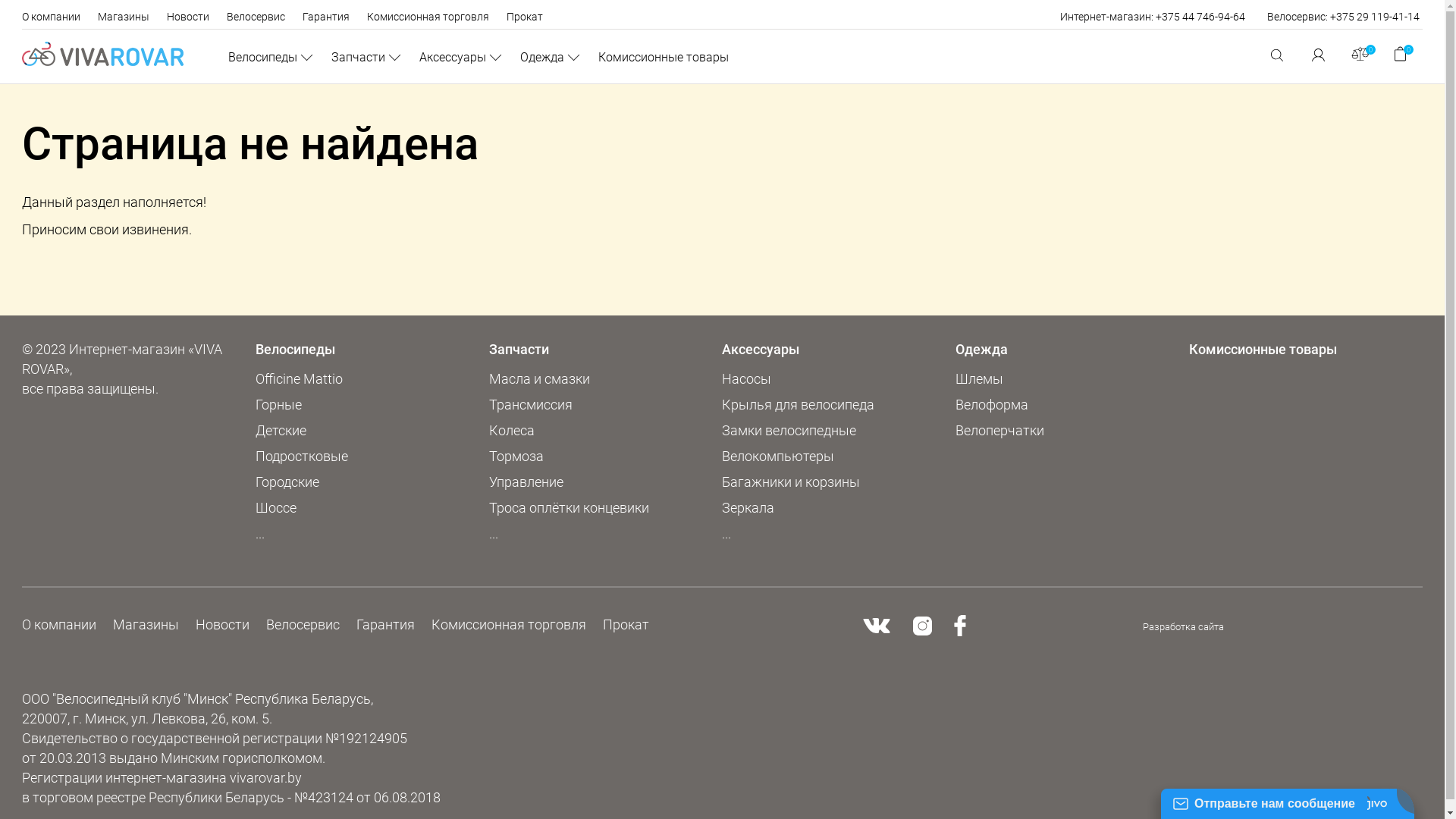 The image size is (1456, 819). Describe the element at coordinates (488, 533) in the screenshot. I see `'...'` at that location.